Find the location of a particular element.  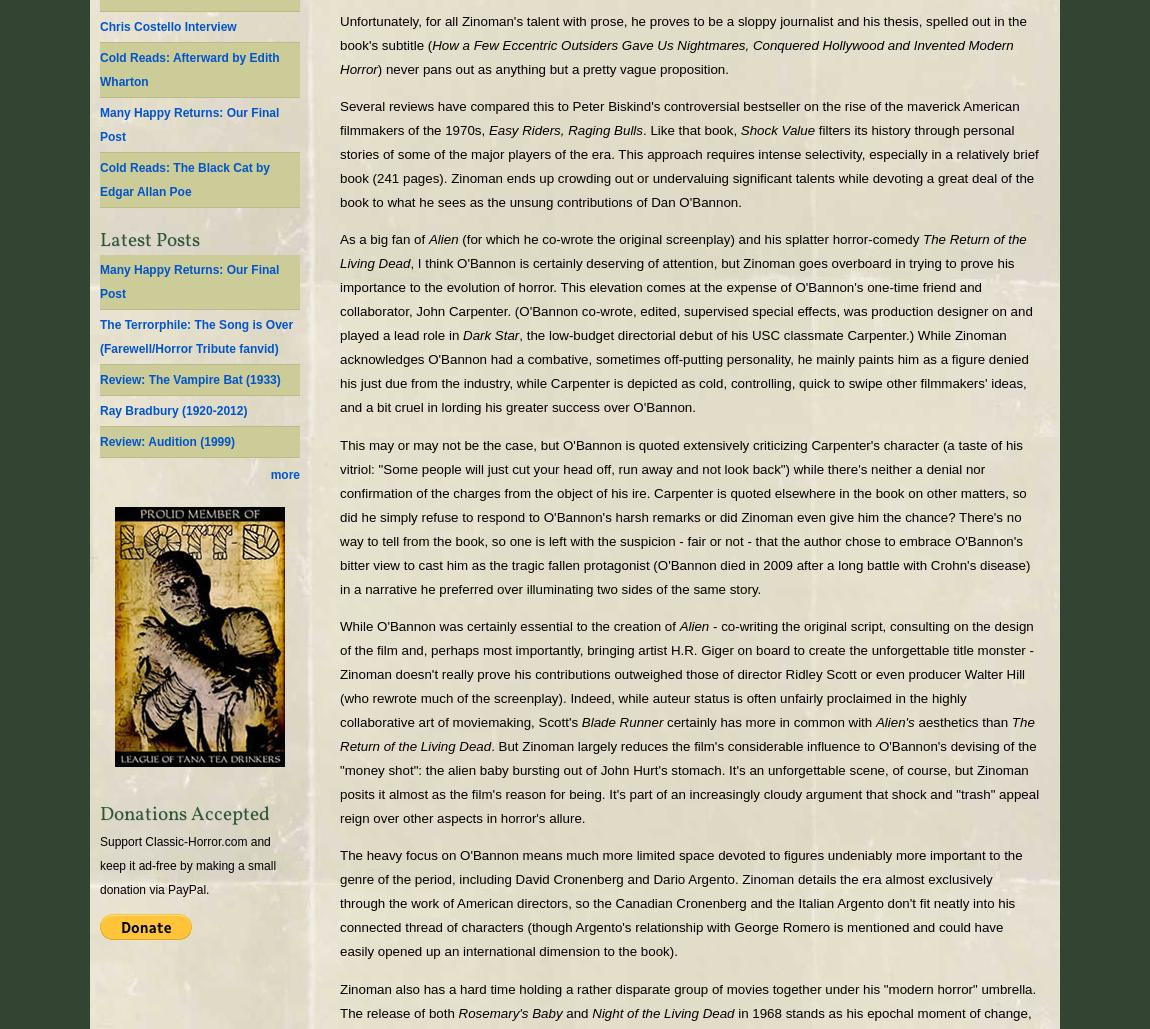

'Night
of the Living Dead' is located at coordinates (591, 1011).